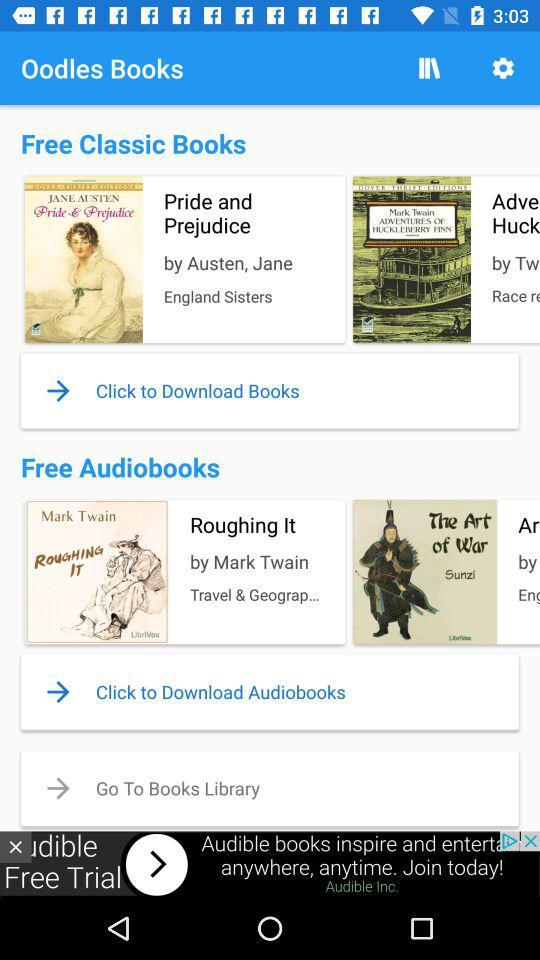 The height and width of the screenshot is (960, 540). Describe the element at coordinates (14, 846) in the screenshot. I see `the close icon` at that location.